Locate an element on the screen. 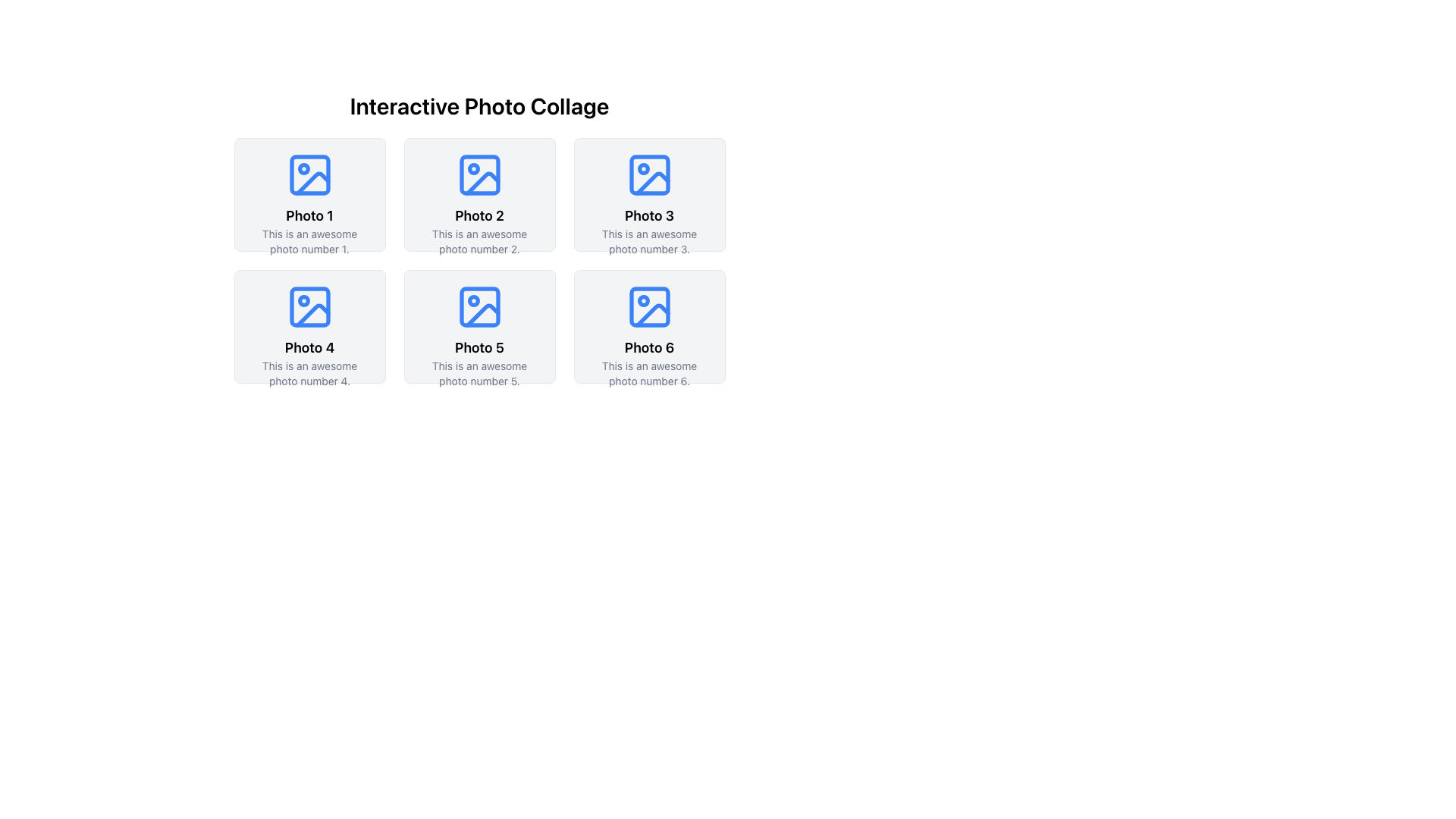  the Vector graphic element located in the bottom-right of a 2x3 grid layout, specifically inside the last image icon labeled 'Photo 6' is located at coordinates (652, 315).